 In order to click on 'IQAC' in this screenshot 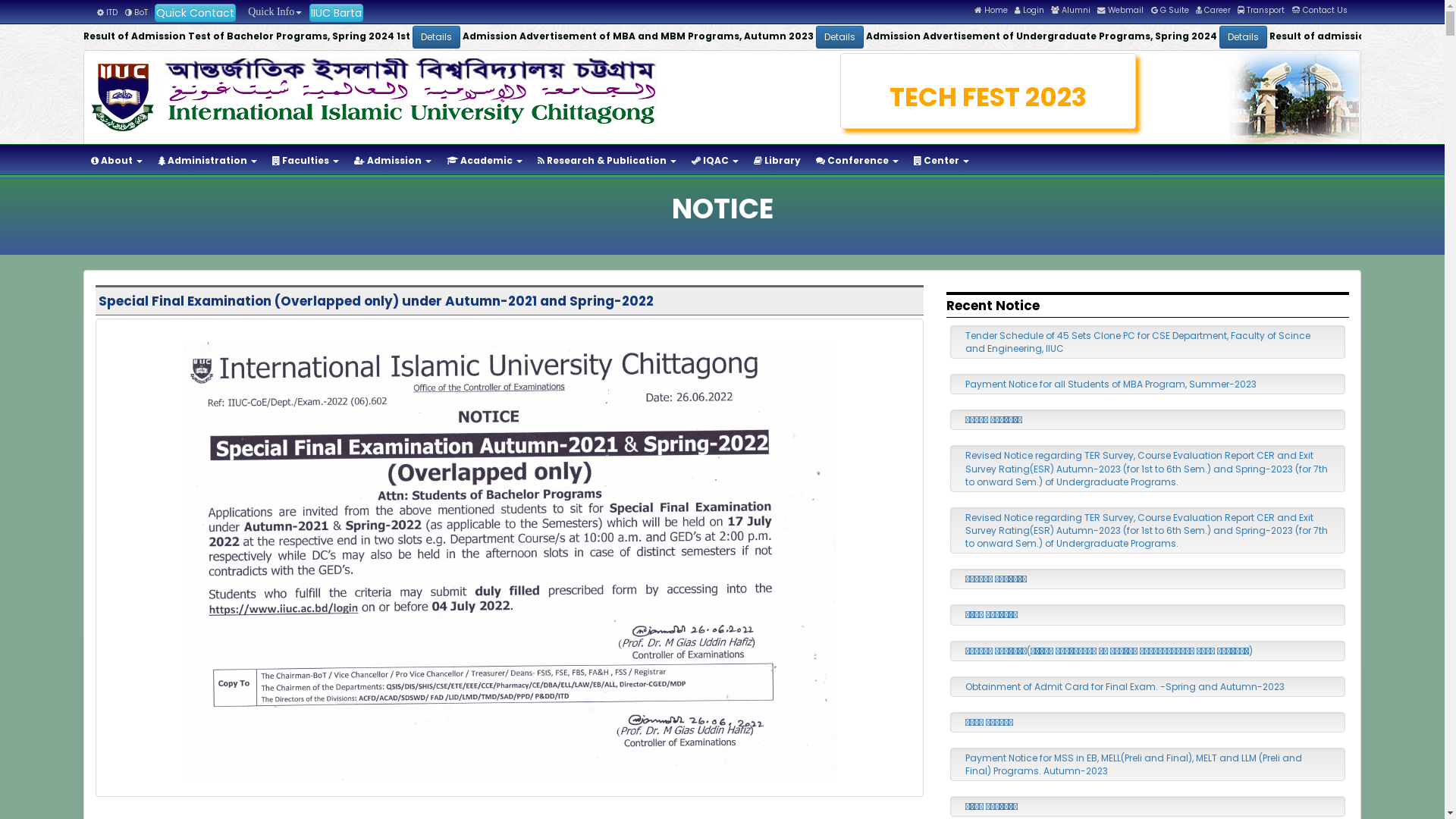, I will do `click(714, 161)`.